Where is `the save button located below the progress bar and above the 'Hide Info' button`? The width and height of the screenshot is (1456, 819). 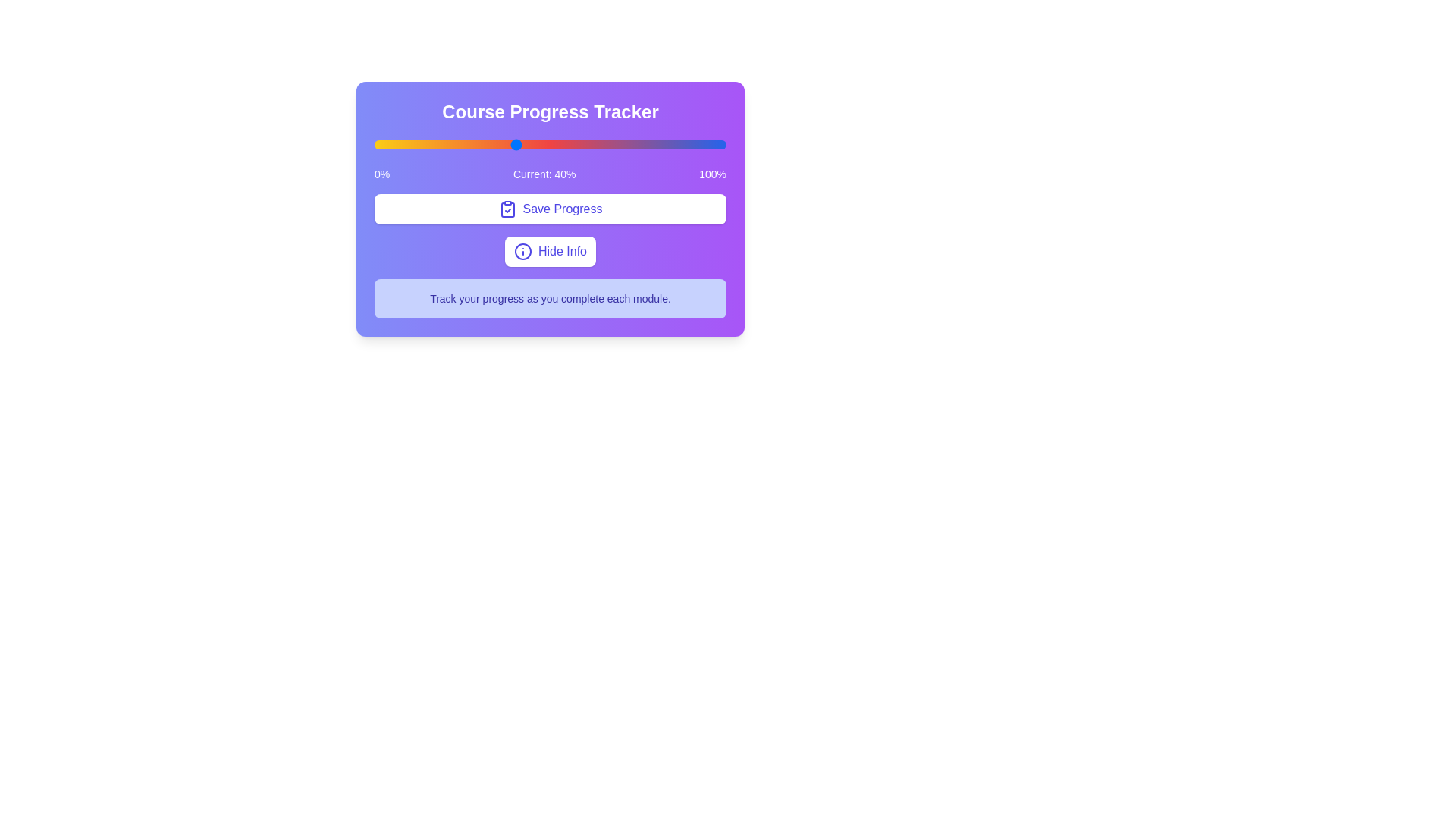
the save button located below the progress bar and above the 'Hide Info' button is located at coordinates (549, 209).